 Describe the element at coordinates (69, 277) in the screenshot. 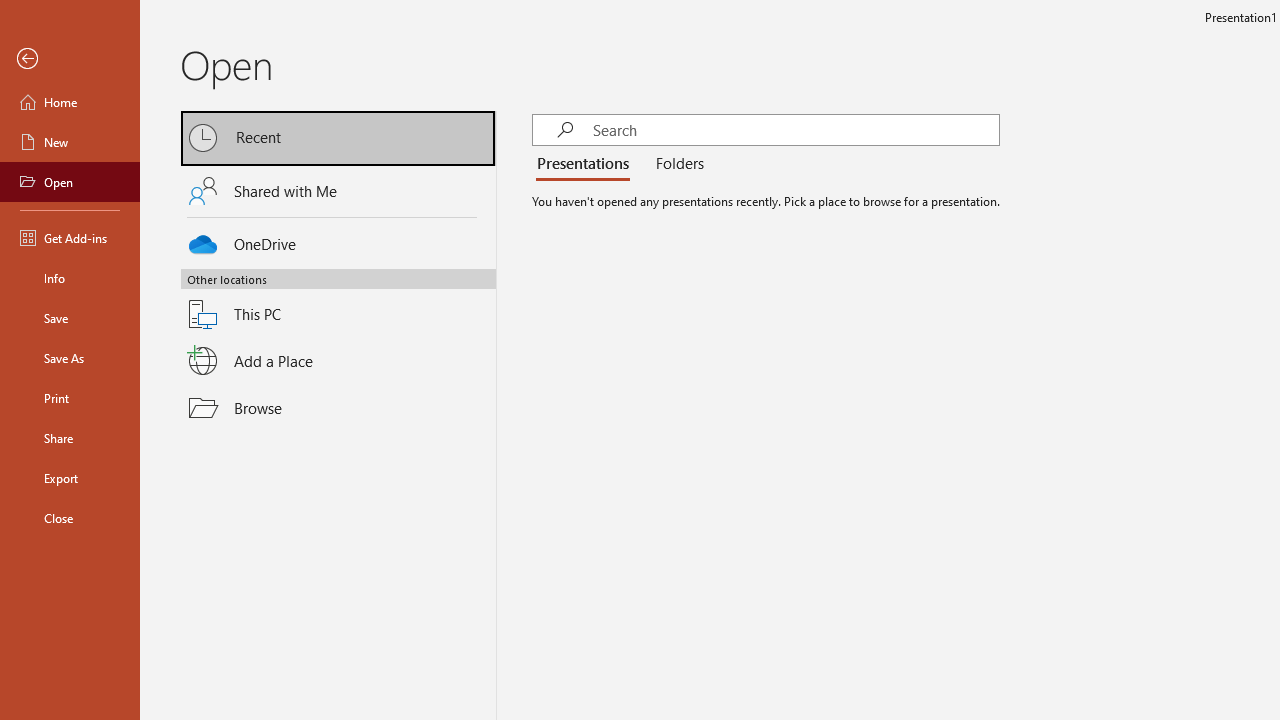

I see `'Info'` at that location.